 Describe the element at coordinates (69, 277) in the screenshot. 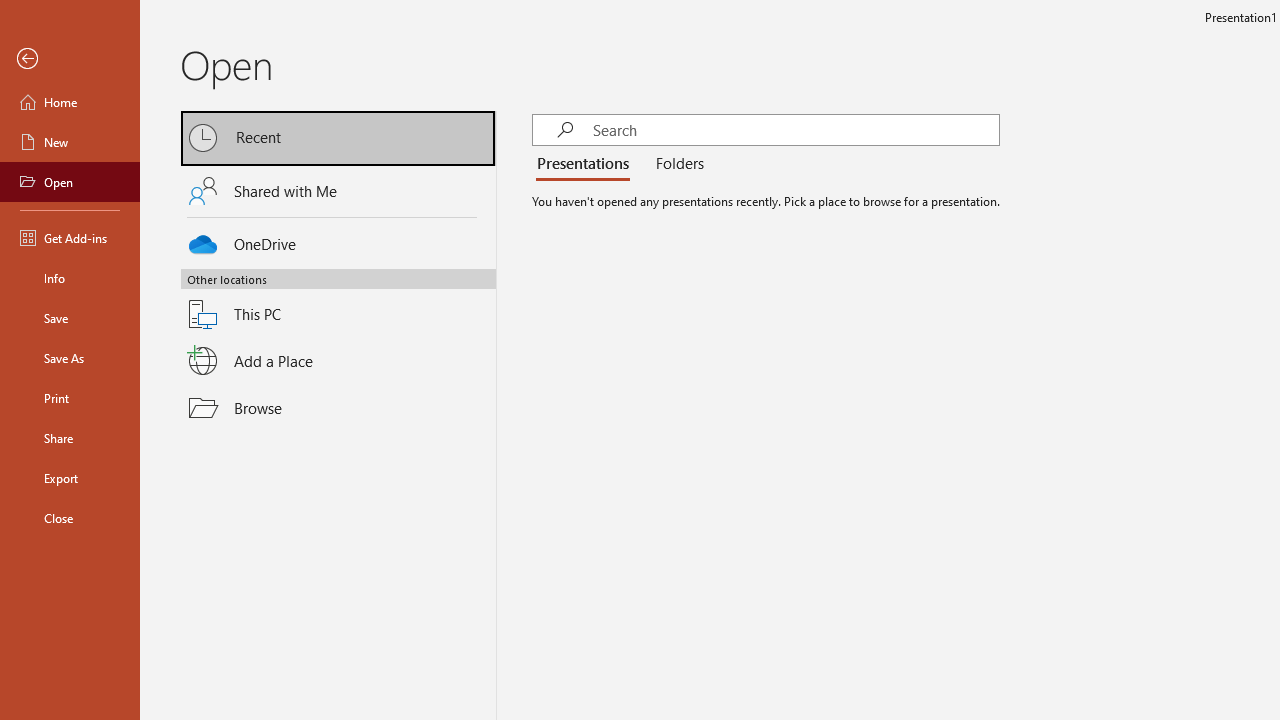

I see `'Info'` at that location.